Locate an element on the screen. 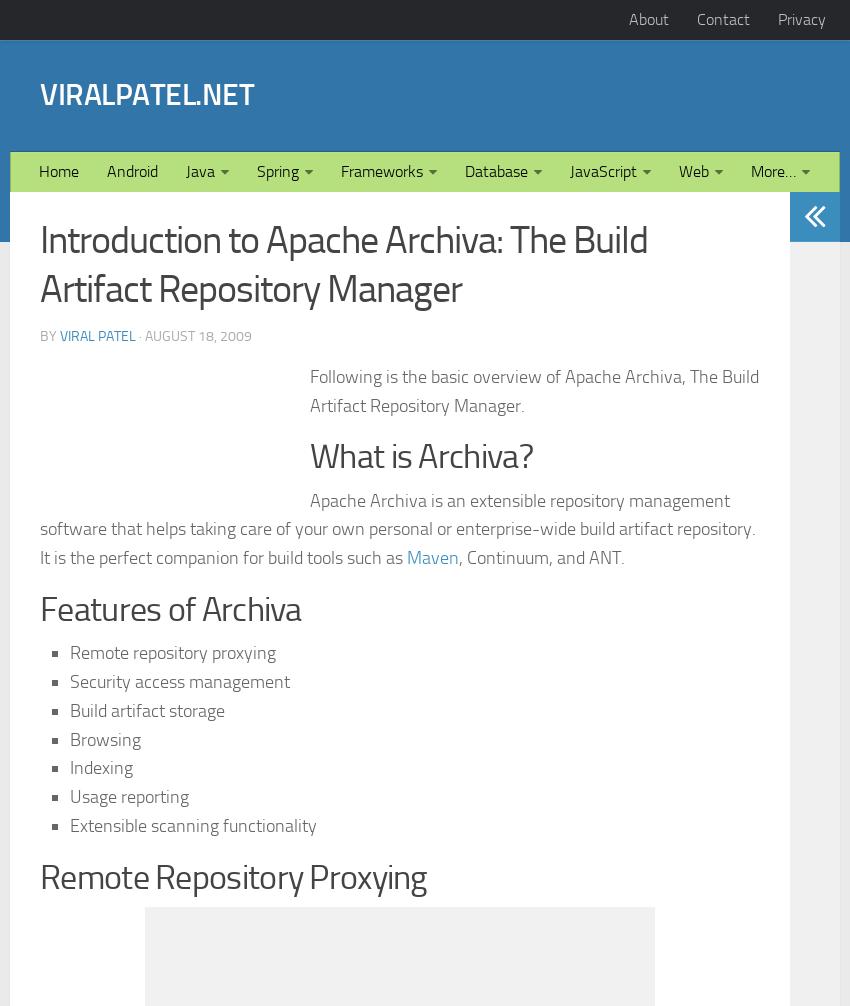 This screenshot has height=1006, width=850. ', Continuum, and ANT.' is located at coordinates (458, 836).